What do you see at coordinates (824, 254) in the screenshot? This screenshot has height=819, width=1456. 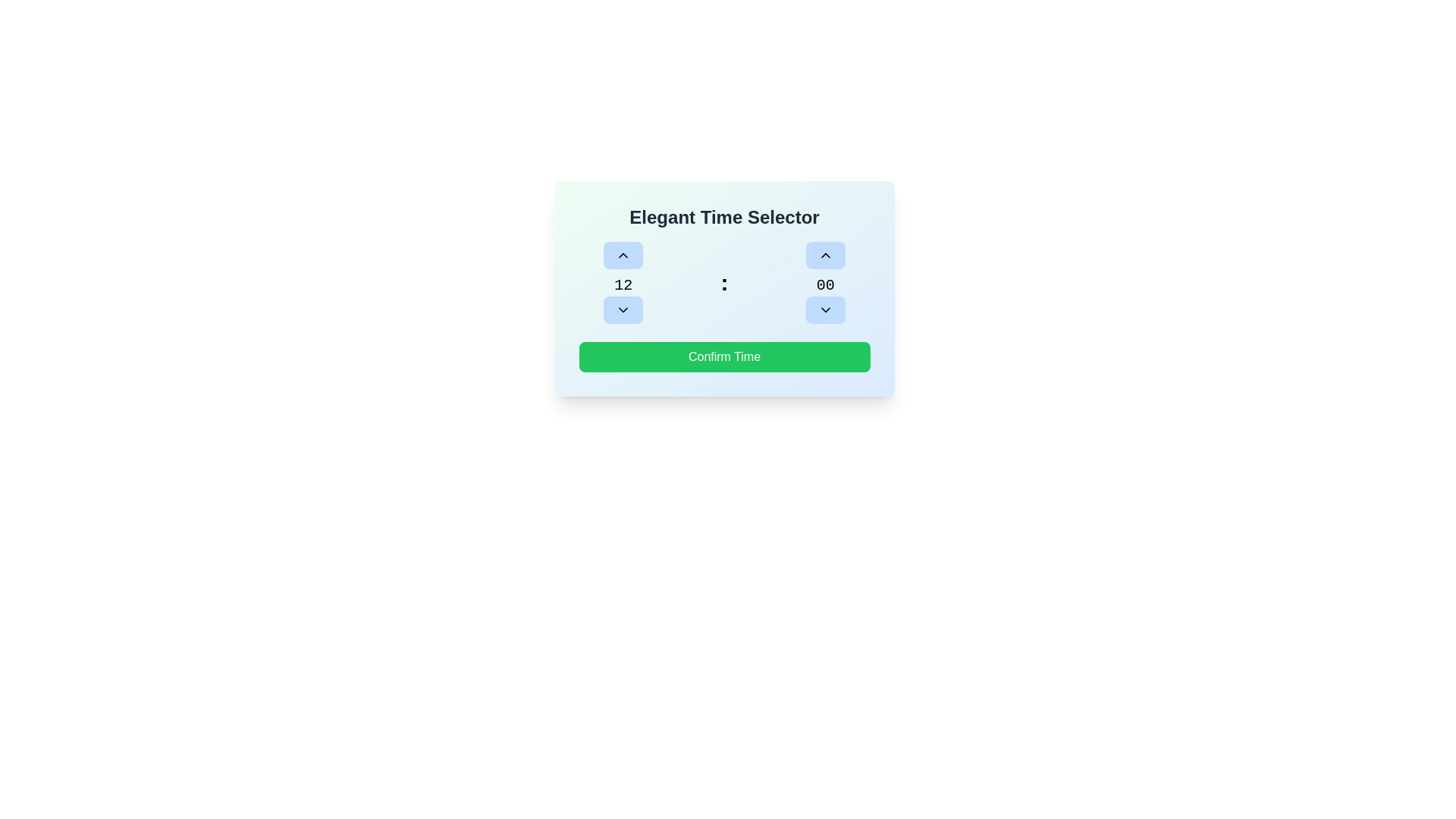 I see `the topmost button in the right time adjustment column to increment the time value associated with it` at bounding box center [824, 254].